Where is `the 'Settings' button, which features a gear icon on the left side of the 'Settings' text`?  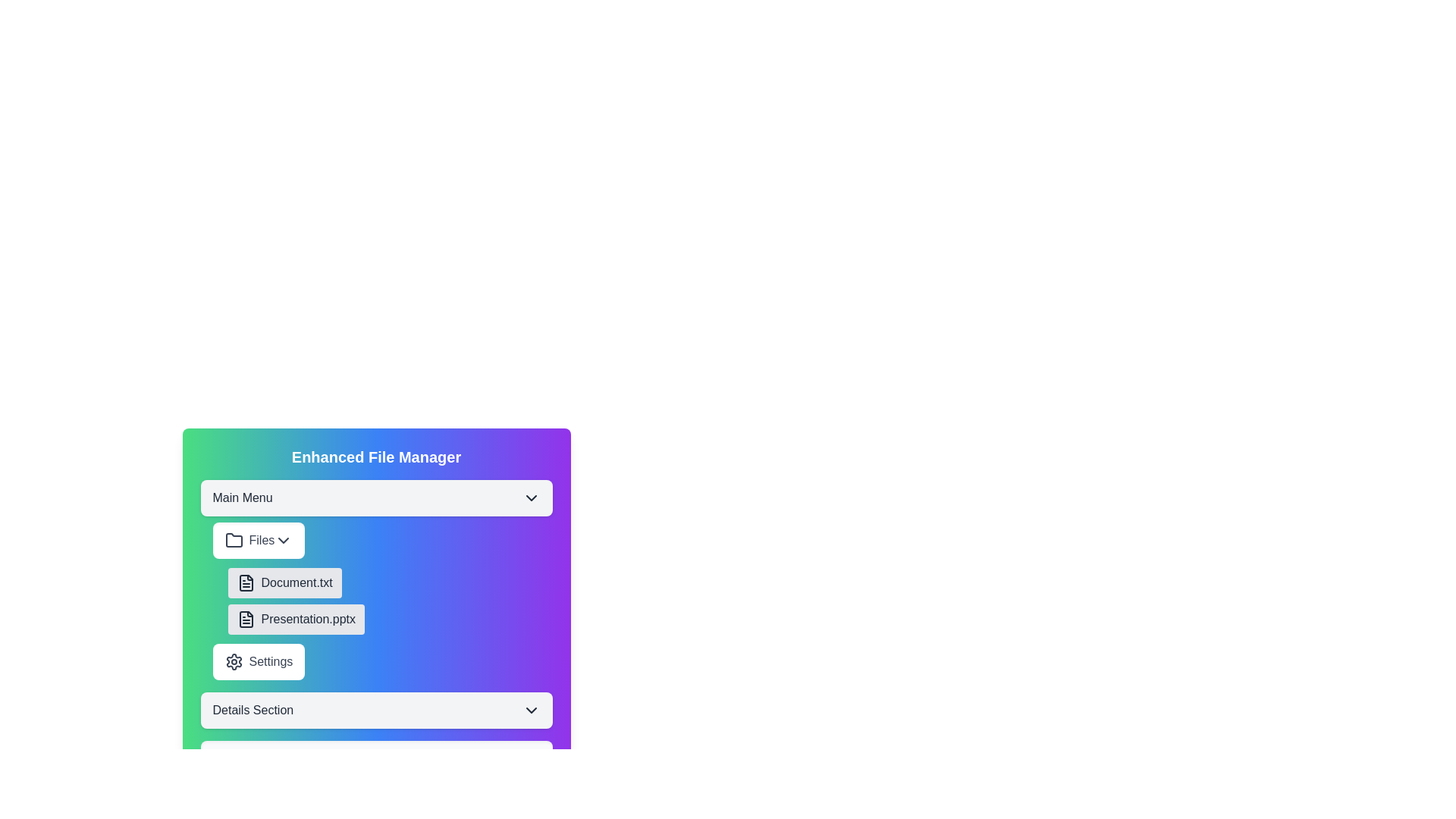
the 'Settings' button, which features a gear icon on the left side of the 'Settings' text is located at coordinates (233, 661).